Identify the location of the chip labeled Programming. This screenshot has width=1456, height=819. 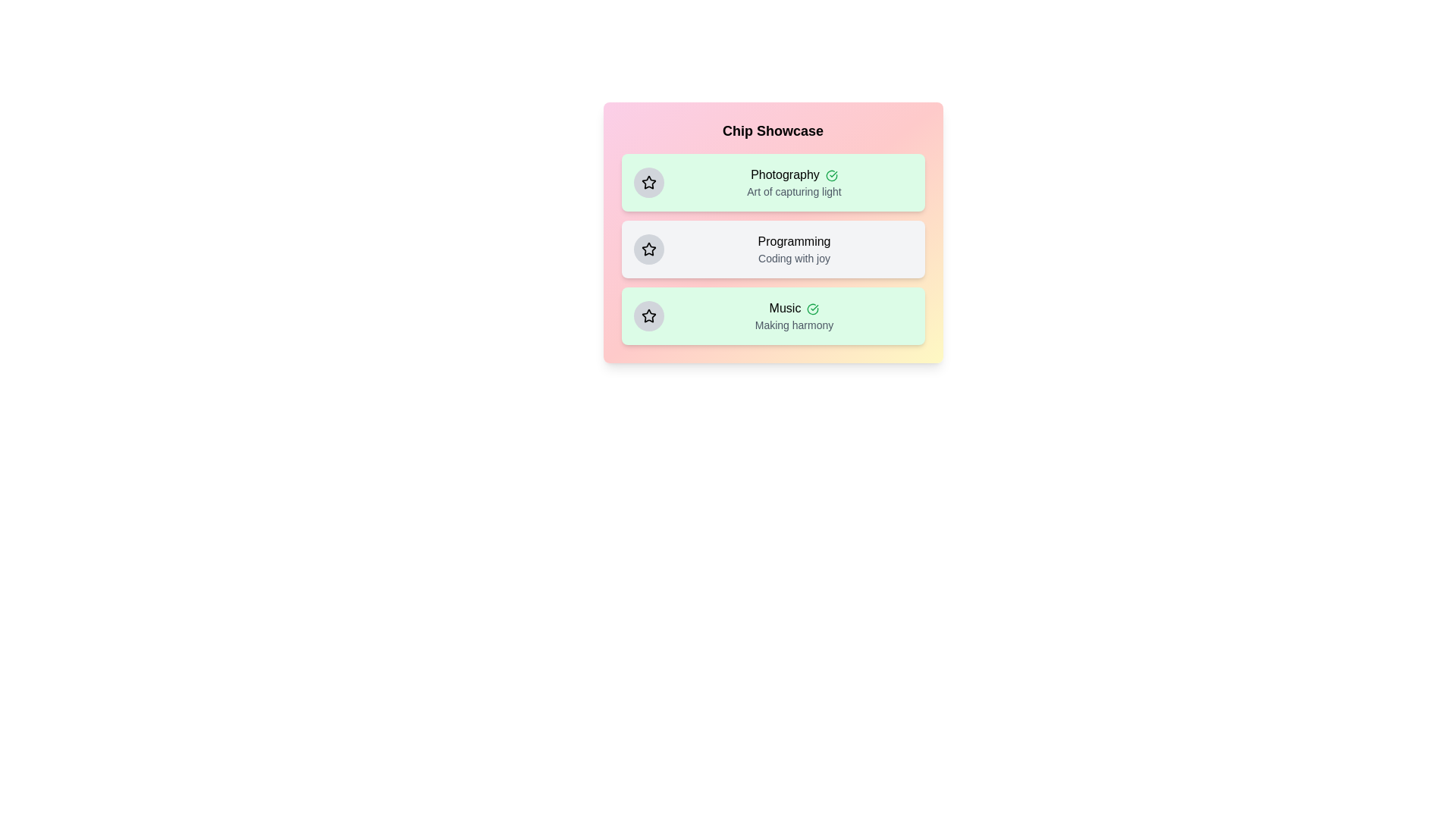
(773, 248).